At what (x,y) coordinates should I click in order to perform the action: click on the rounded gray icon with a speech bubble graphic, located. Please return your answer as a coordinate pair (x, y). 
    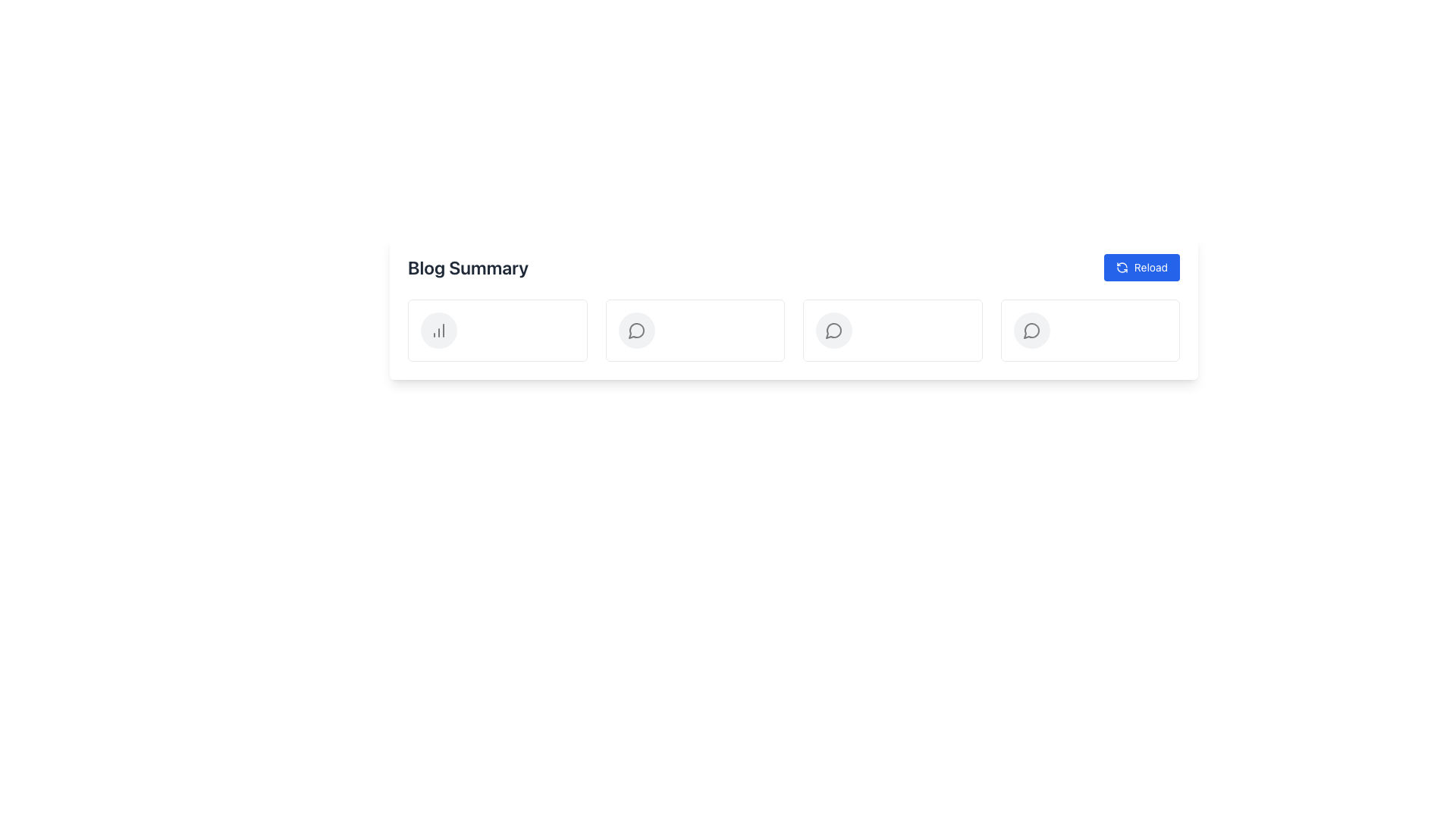
    Looking at the image, I should click on (1031, 329).